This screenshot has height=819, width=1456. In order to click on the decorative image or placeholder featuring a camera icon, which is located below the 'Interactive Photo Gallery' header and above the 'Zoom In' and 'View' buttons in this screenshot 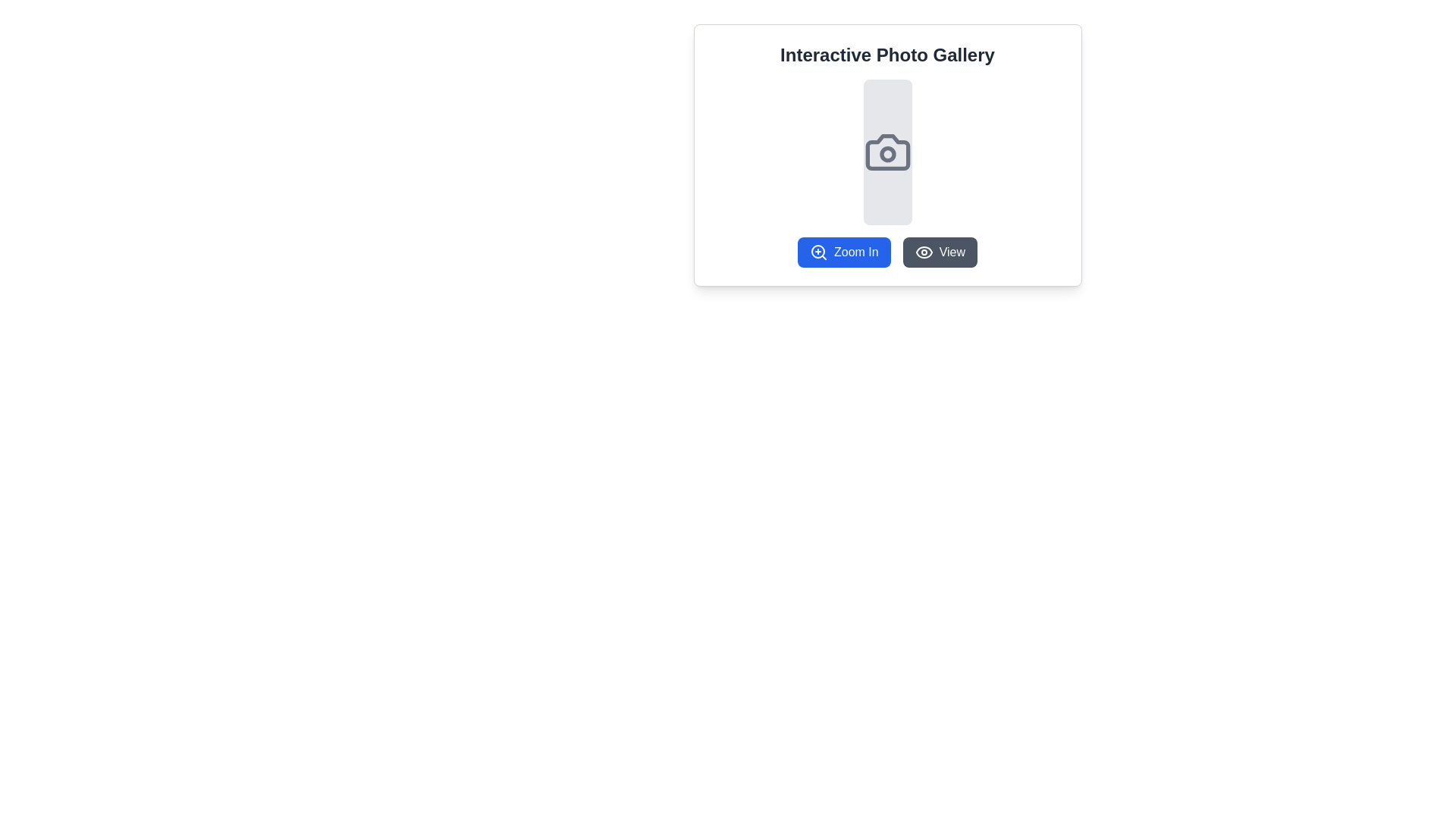, I will do `click(887, 152)`.